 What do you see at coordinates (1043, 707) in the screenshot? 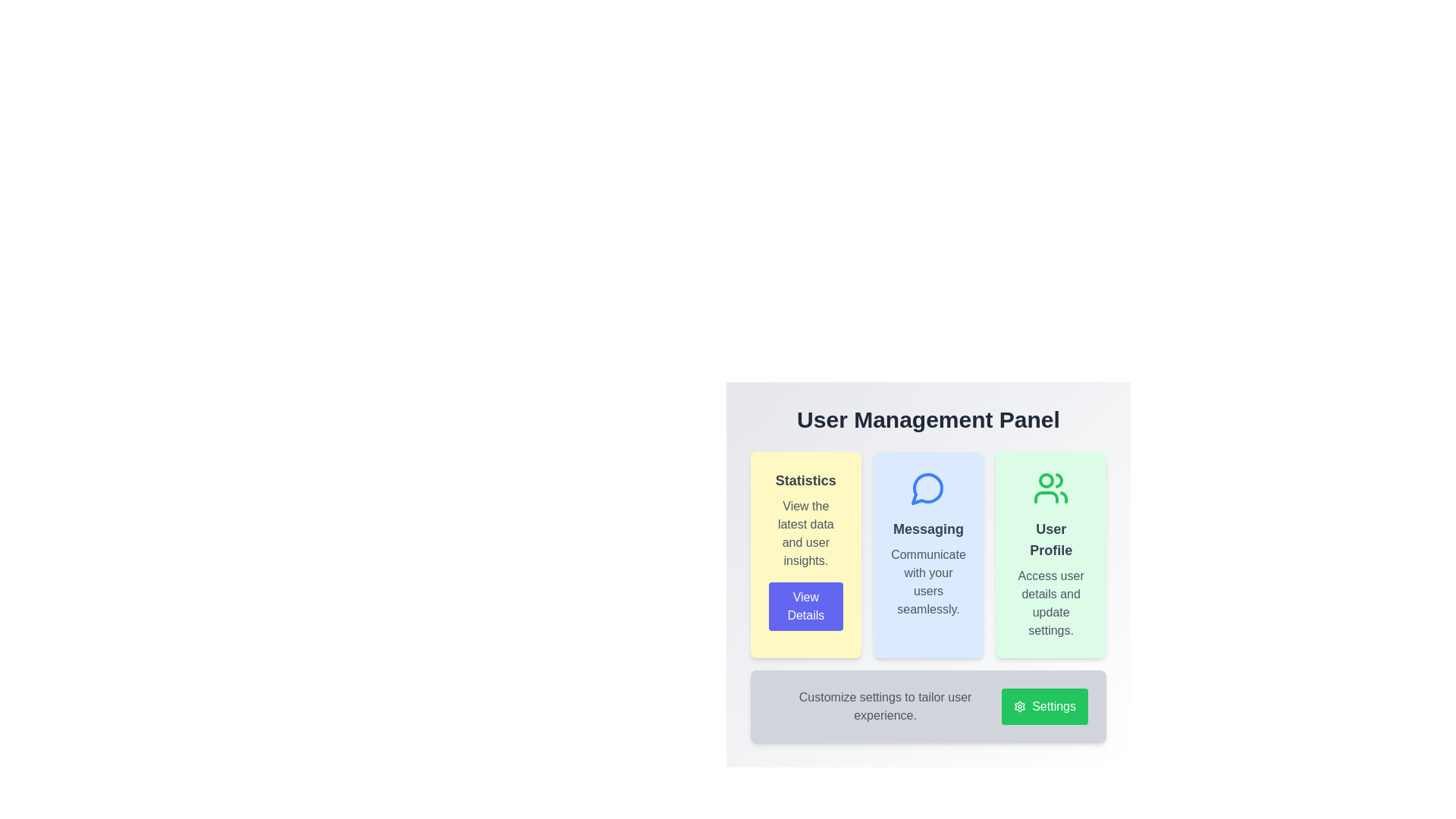
I see `the settings button located at the bottom-right corner of the User Management Panel` at bounding box center [1043, 707].